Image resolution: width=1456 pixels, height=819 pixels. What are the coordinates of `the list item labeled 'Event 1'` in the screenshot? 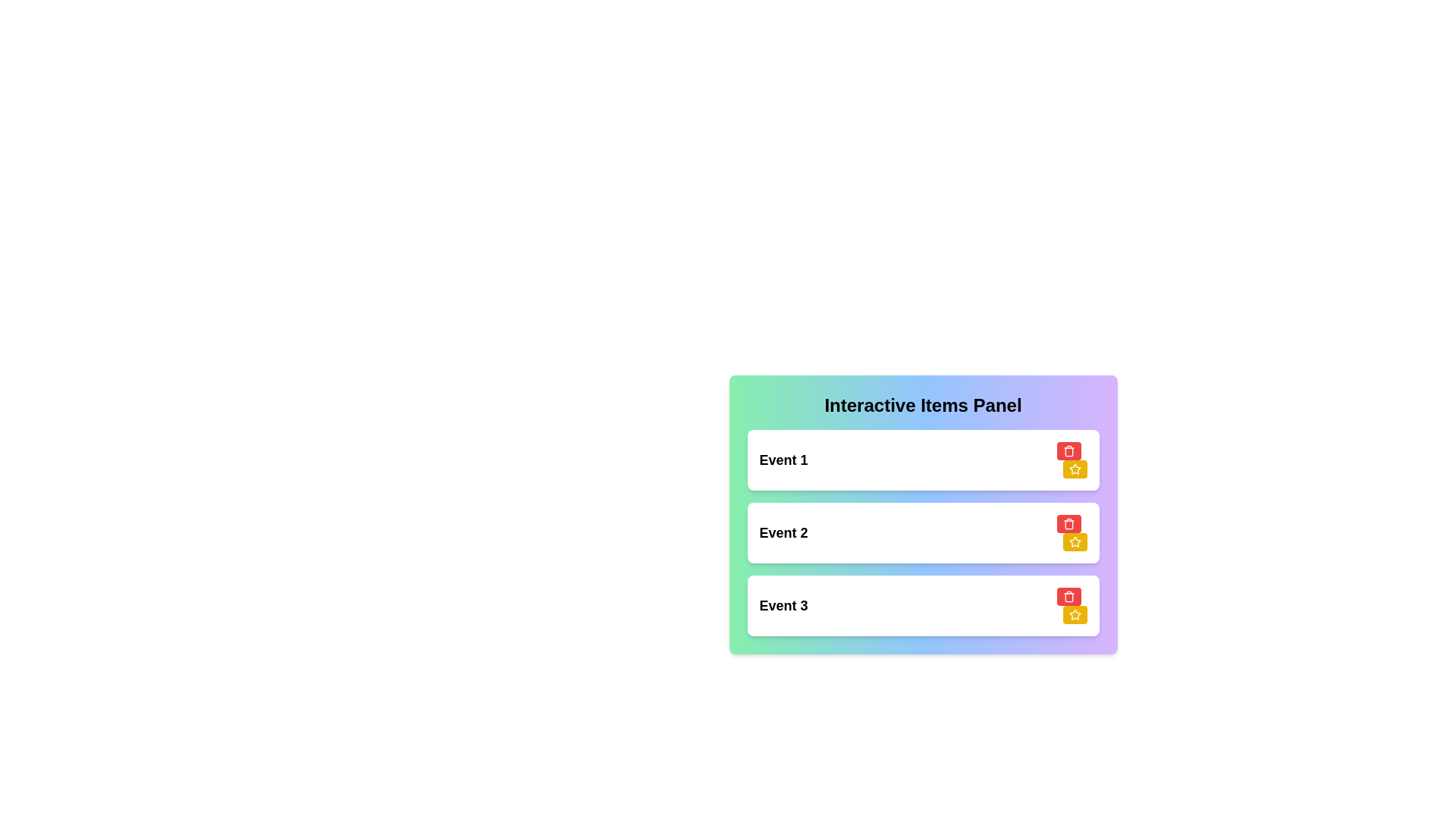 It's located at (922, 459).